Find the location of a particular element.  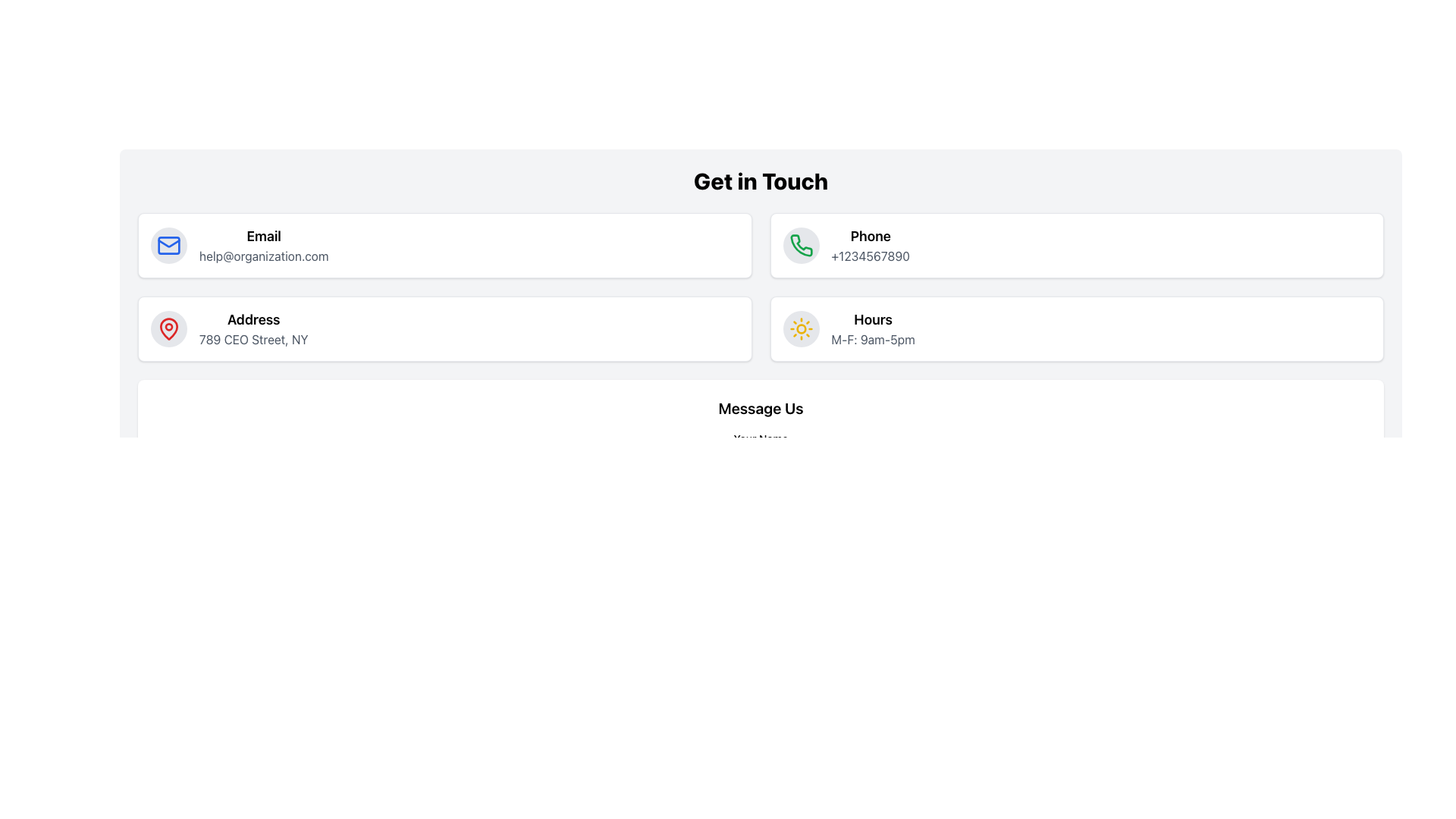

the Text Label that serves as a heading for the address information, specifically for the section detailing '789 CEO Street, NY.' is located at coordinates (253, 318).